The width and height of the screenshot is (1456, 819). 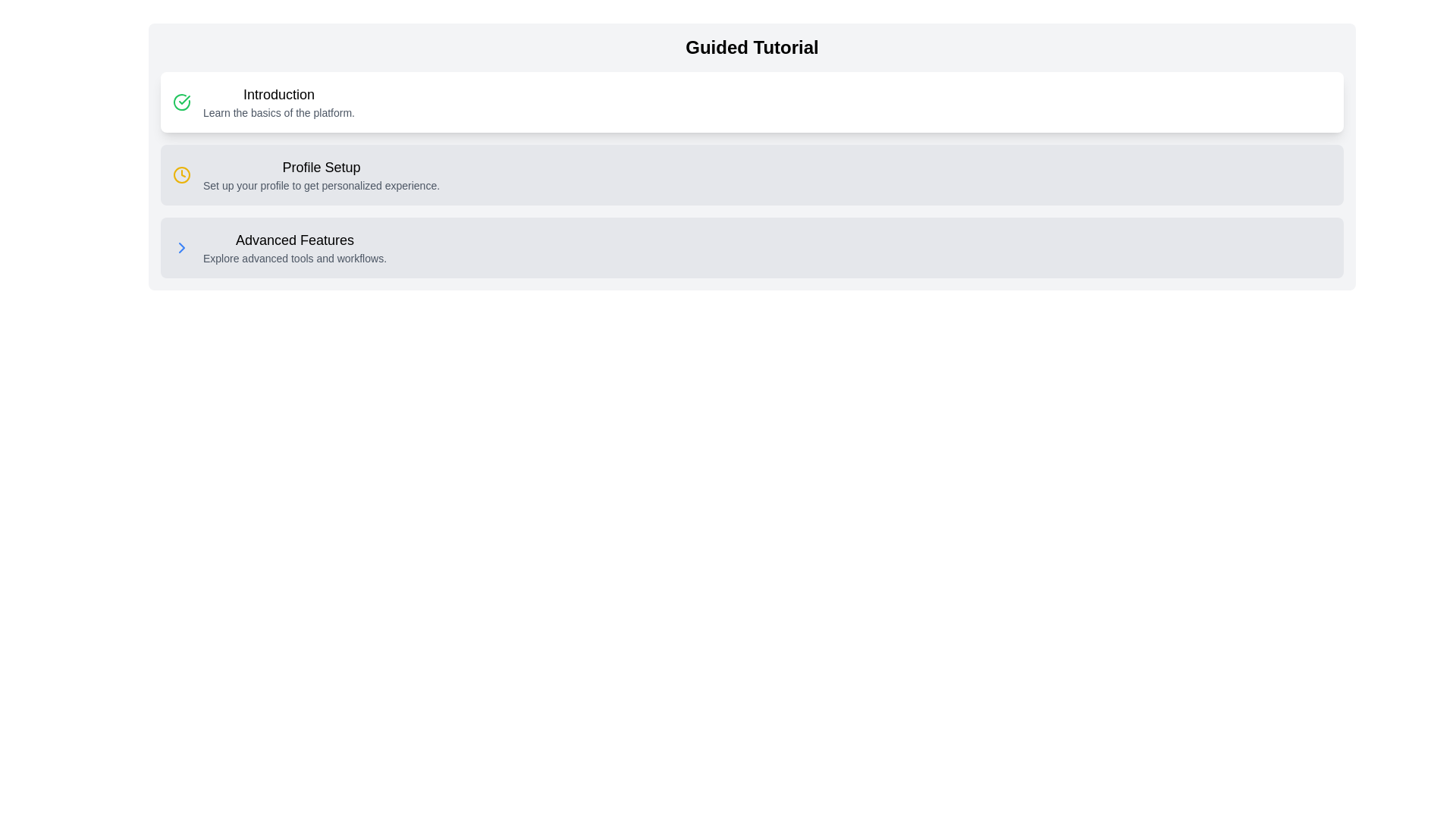 I want to click on the title text element that serves as the heading for the tutorial section, positioned above the description 'Learn the basics of the platform.', so click(x=279, y=94).